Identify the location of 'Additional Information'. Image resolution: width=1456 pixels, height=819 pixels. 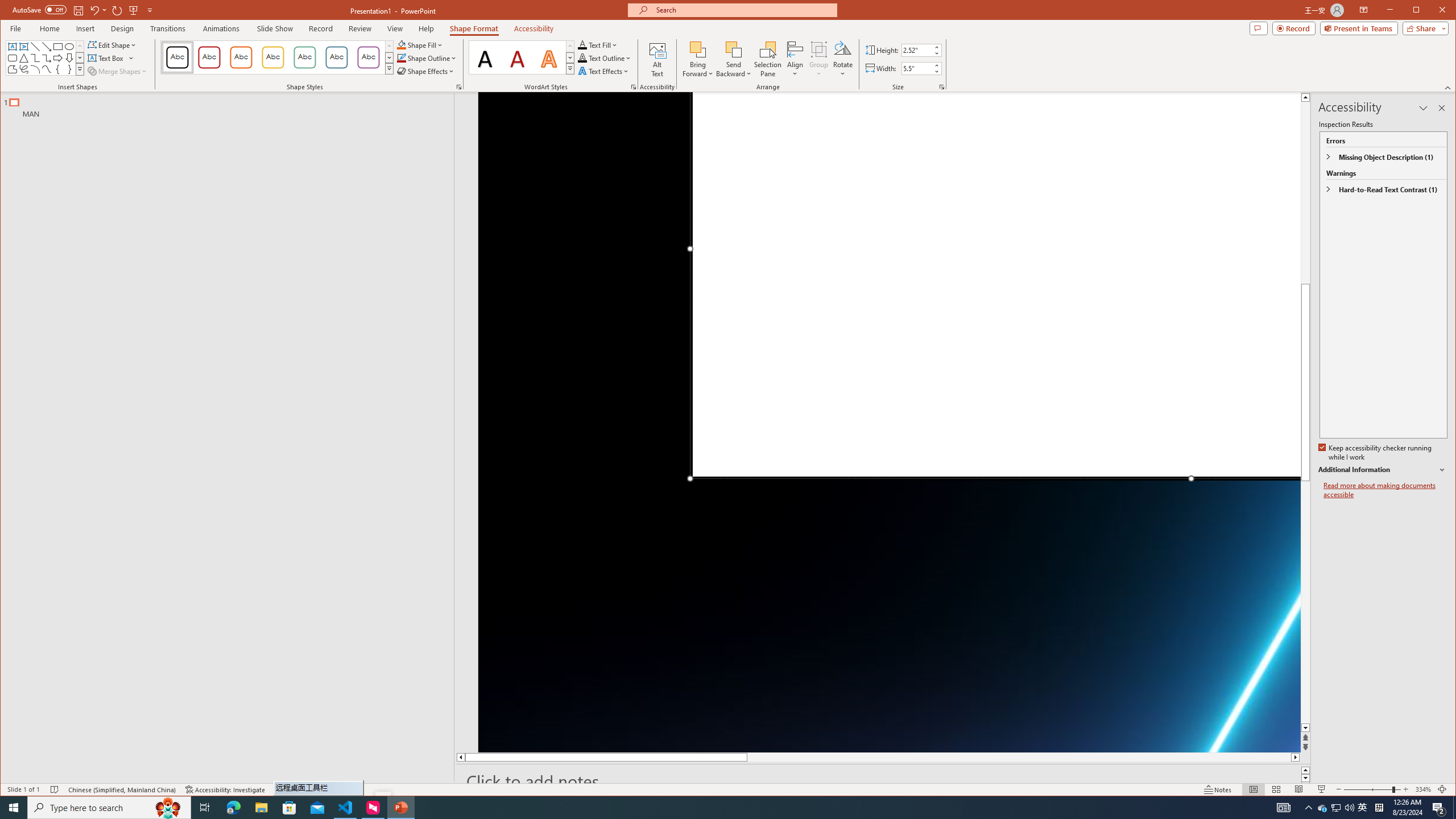
(1381, 470).